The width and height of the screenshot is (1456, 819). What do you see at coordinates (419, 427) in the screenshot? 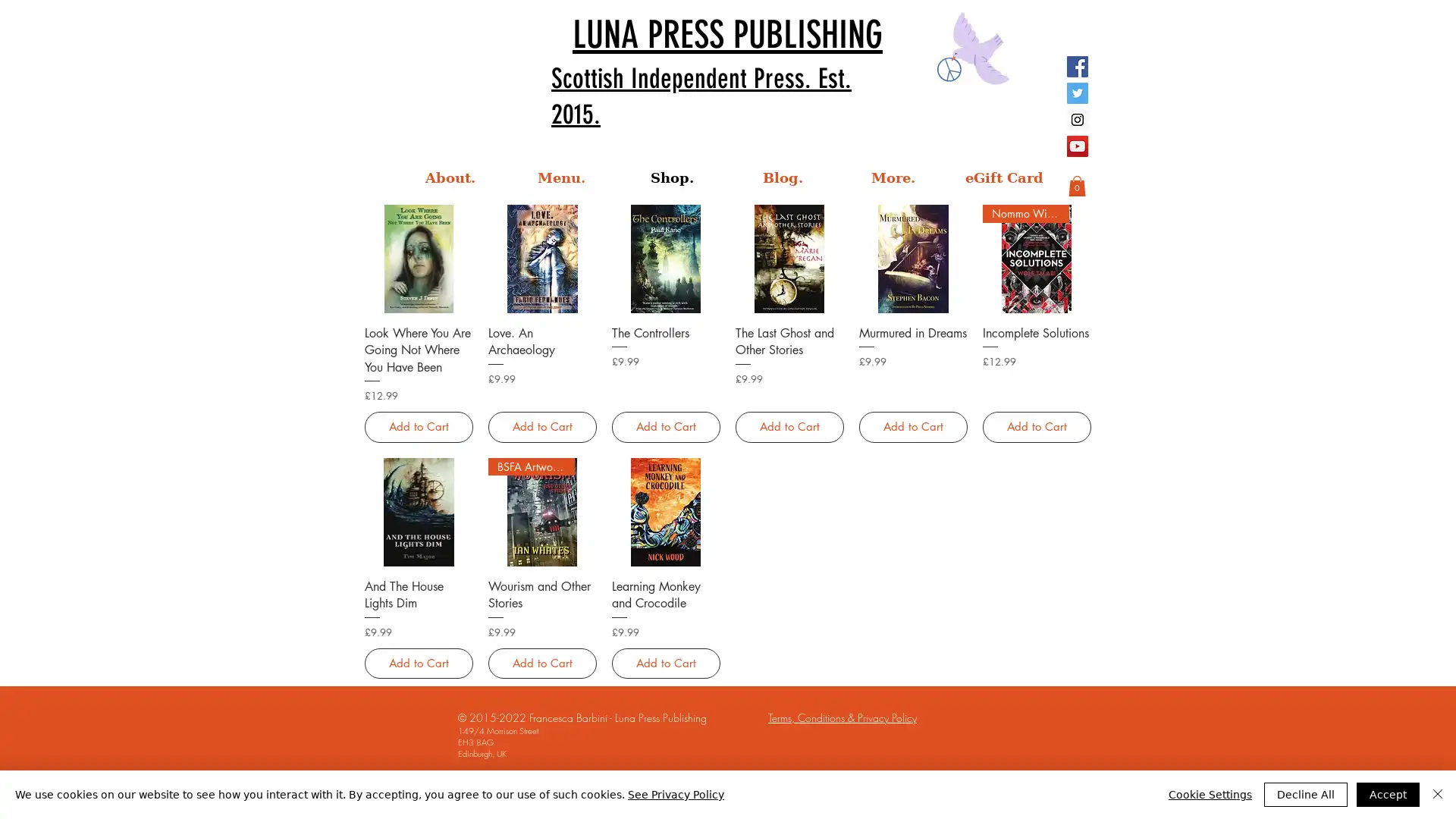
I see `Add to Cart` at bounding box center [419, 427].